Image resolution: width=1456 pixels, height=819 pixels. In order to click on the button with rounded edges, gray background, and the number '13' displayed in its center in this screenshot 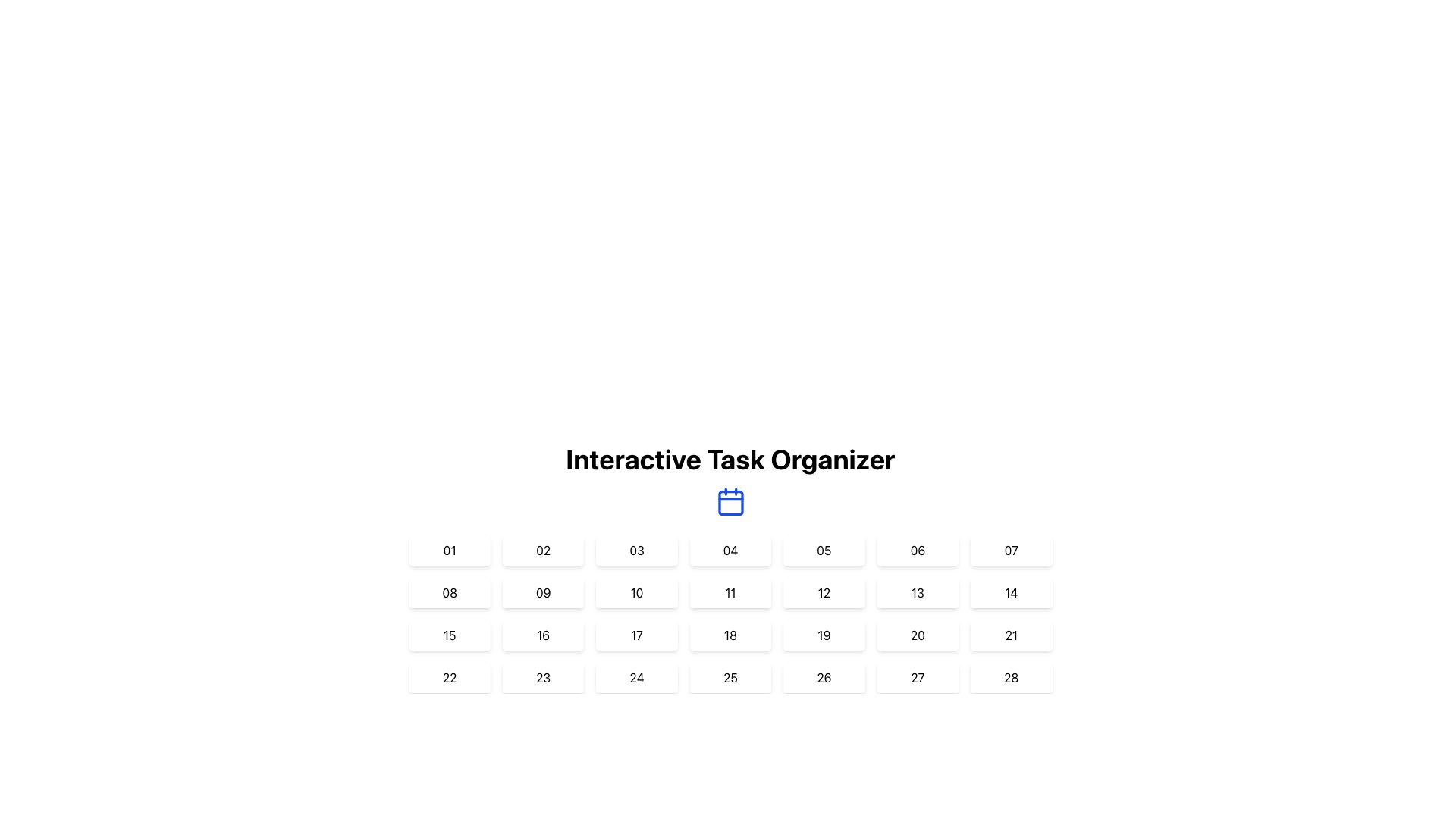, I will do `click(916, 592)`.